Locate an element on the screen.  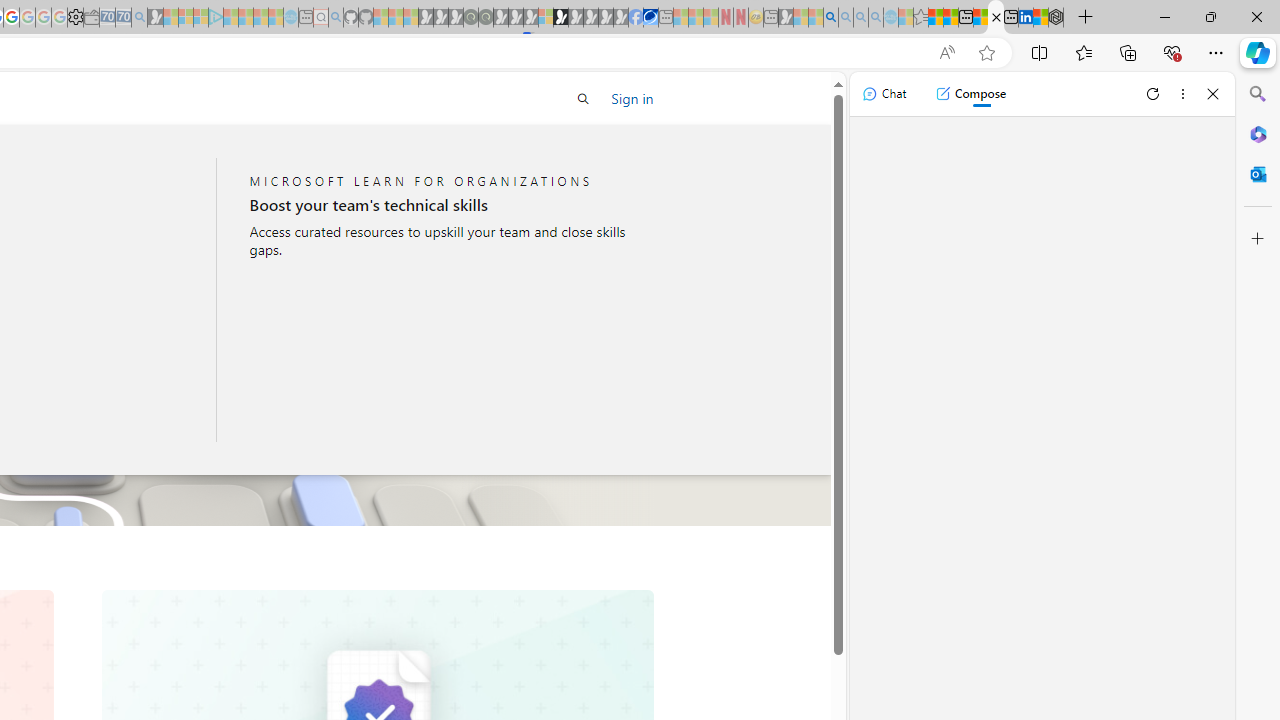
'Bing AI - Search' is located at coordinates (831, 17).